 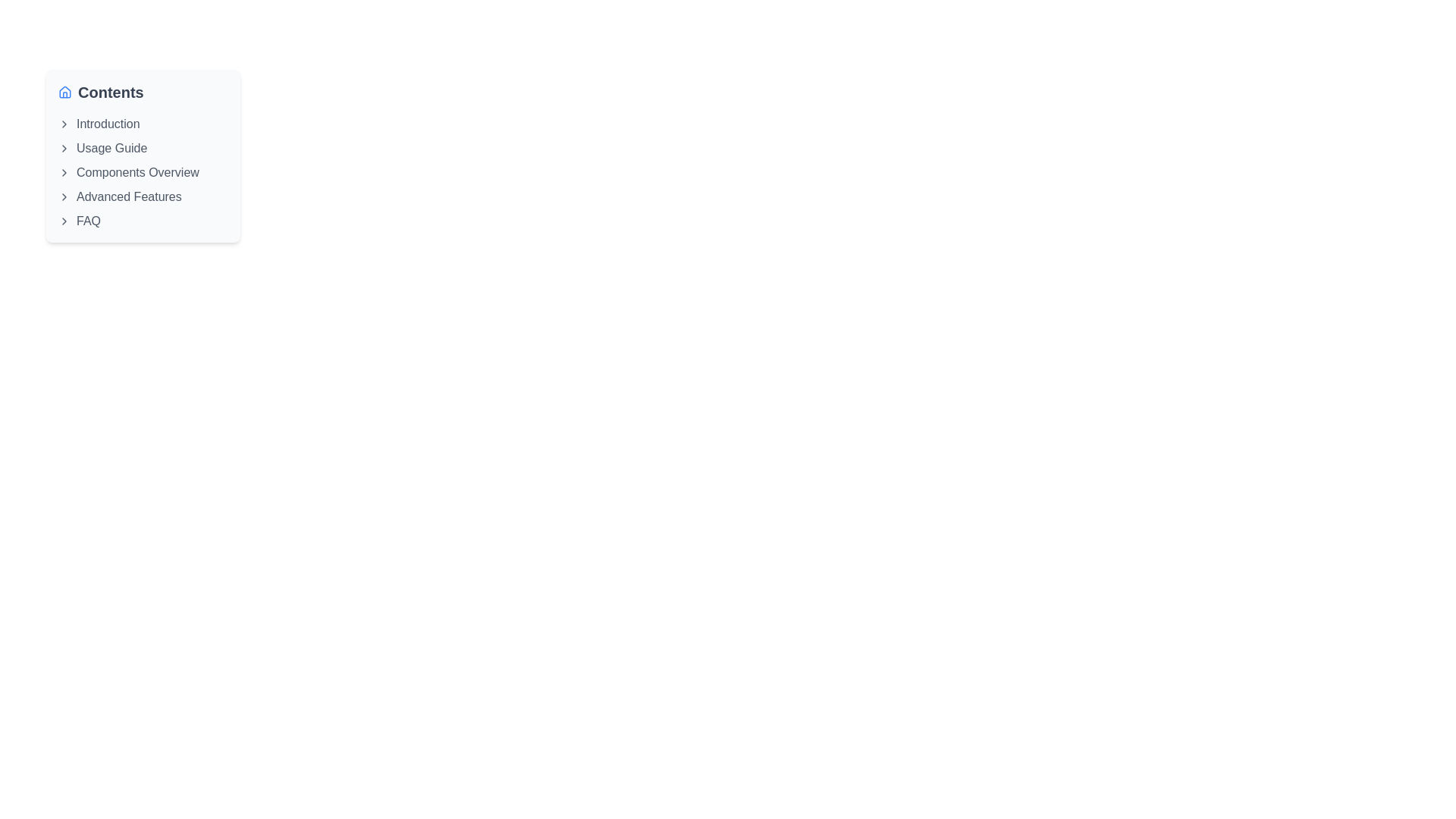 I want to click on the 'Introduction' link with an expandable indicator, so click(x=143, y=124).